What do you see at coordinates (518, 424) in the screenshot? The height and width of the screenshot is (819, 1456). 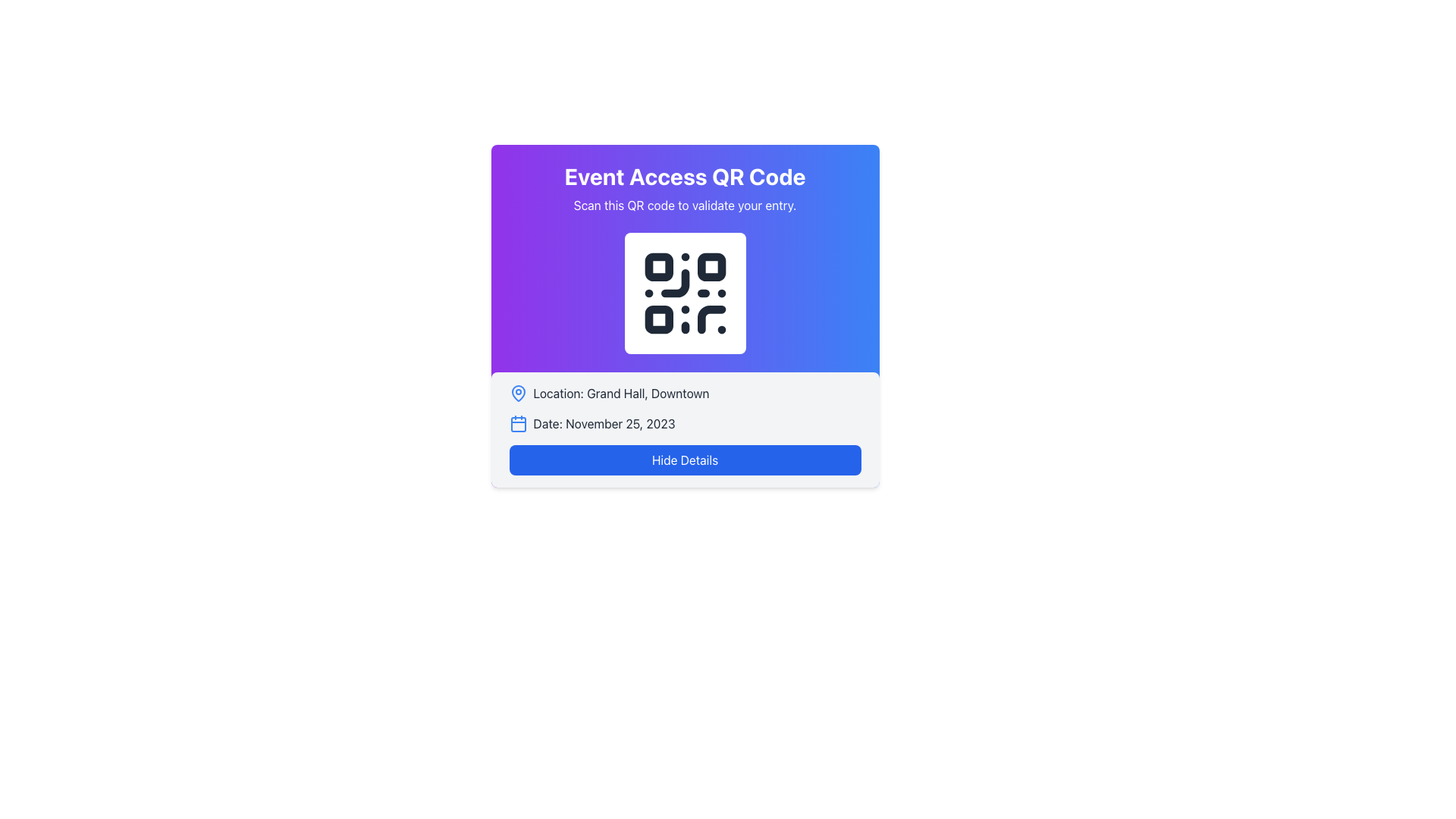 I see `the central rectangular shape of the calendar icon located to the left of the 'Date: November 25, 2023' label` at bounding box center [518, 424].